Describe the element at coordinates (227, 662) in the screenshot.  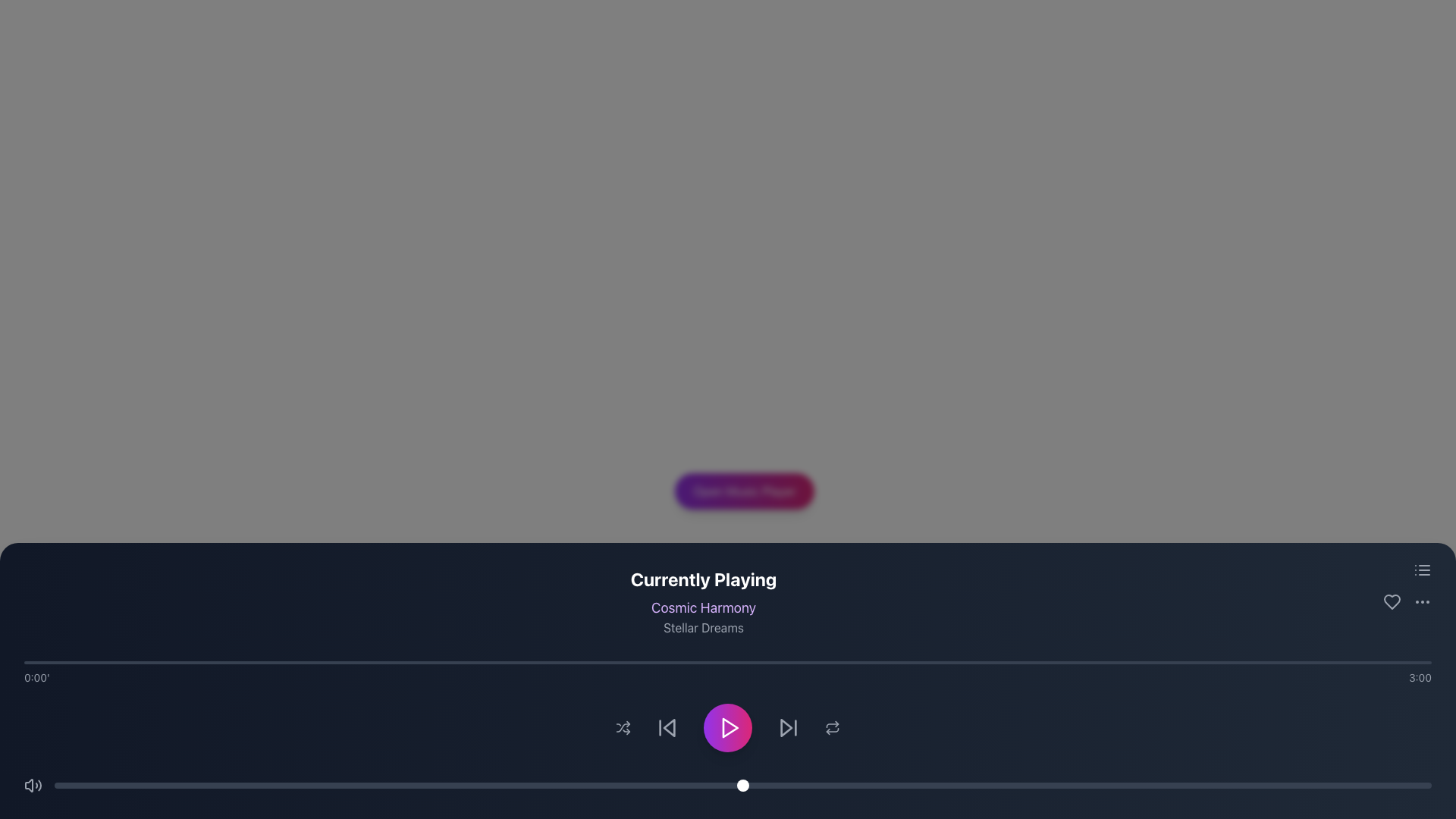
I see `playback position` at that location.